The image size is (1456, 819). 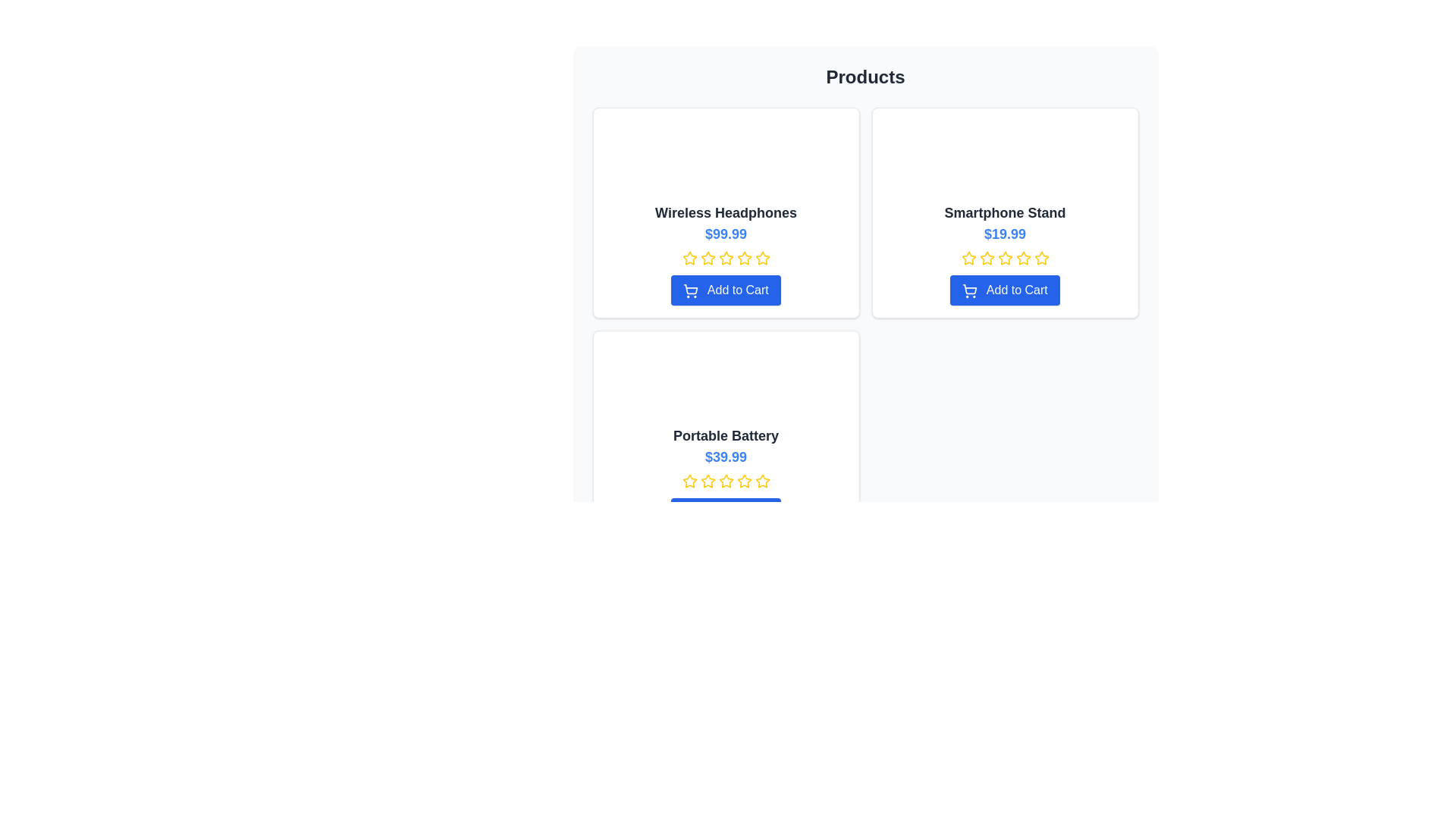 I want to click on the fourth star icon in the rating system beneath the text 'Portable Battery $39.99' for accessibility navigation, so click(x=725, y=482).